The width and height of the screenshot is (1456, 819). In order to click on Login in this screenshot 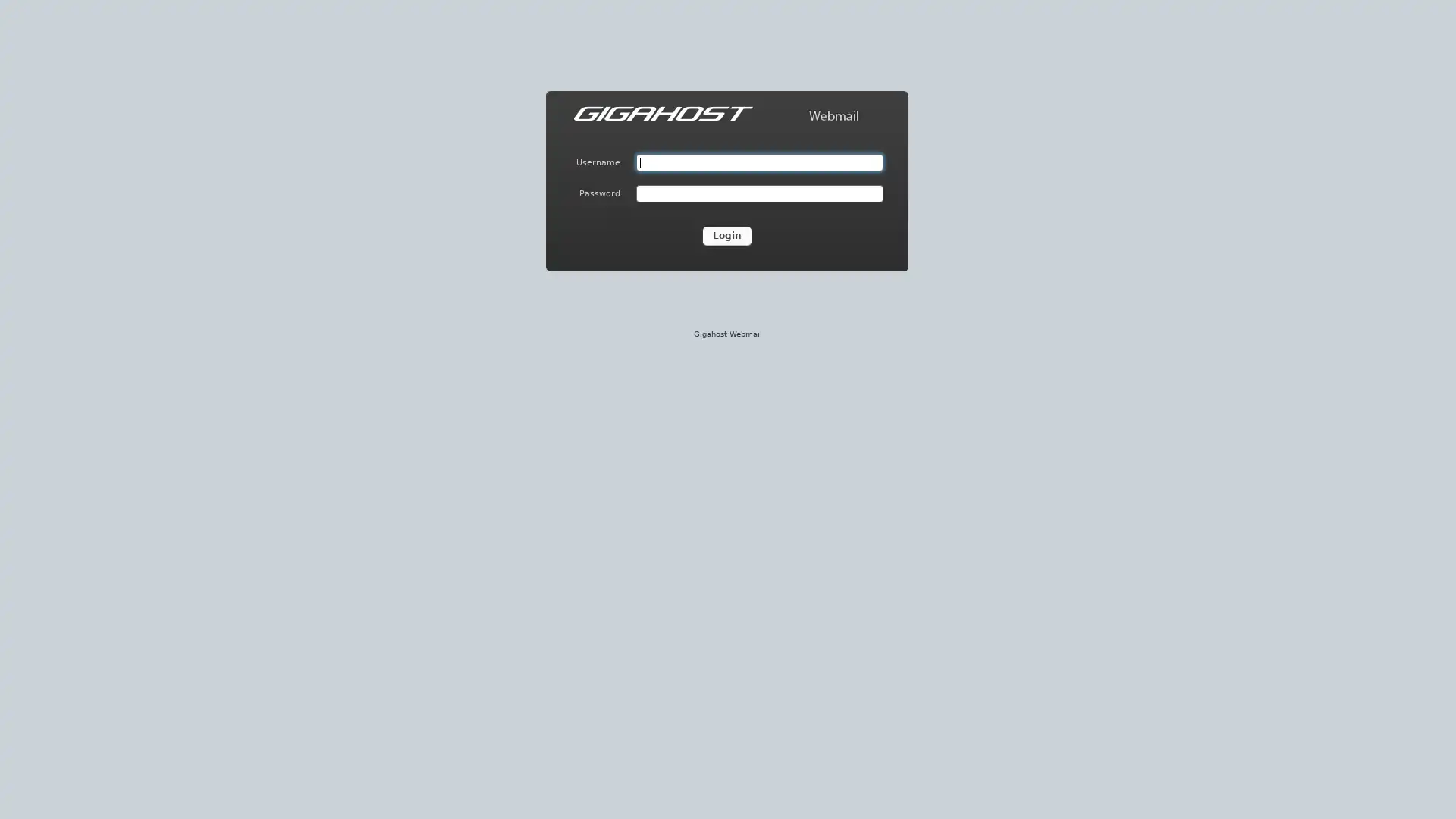, I will do `click(726, 236)`.